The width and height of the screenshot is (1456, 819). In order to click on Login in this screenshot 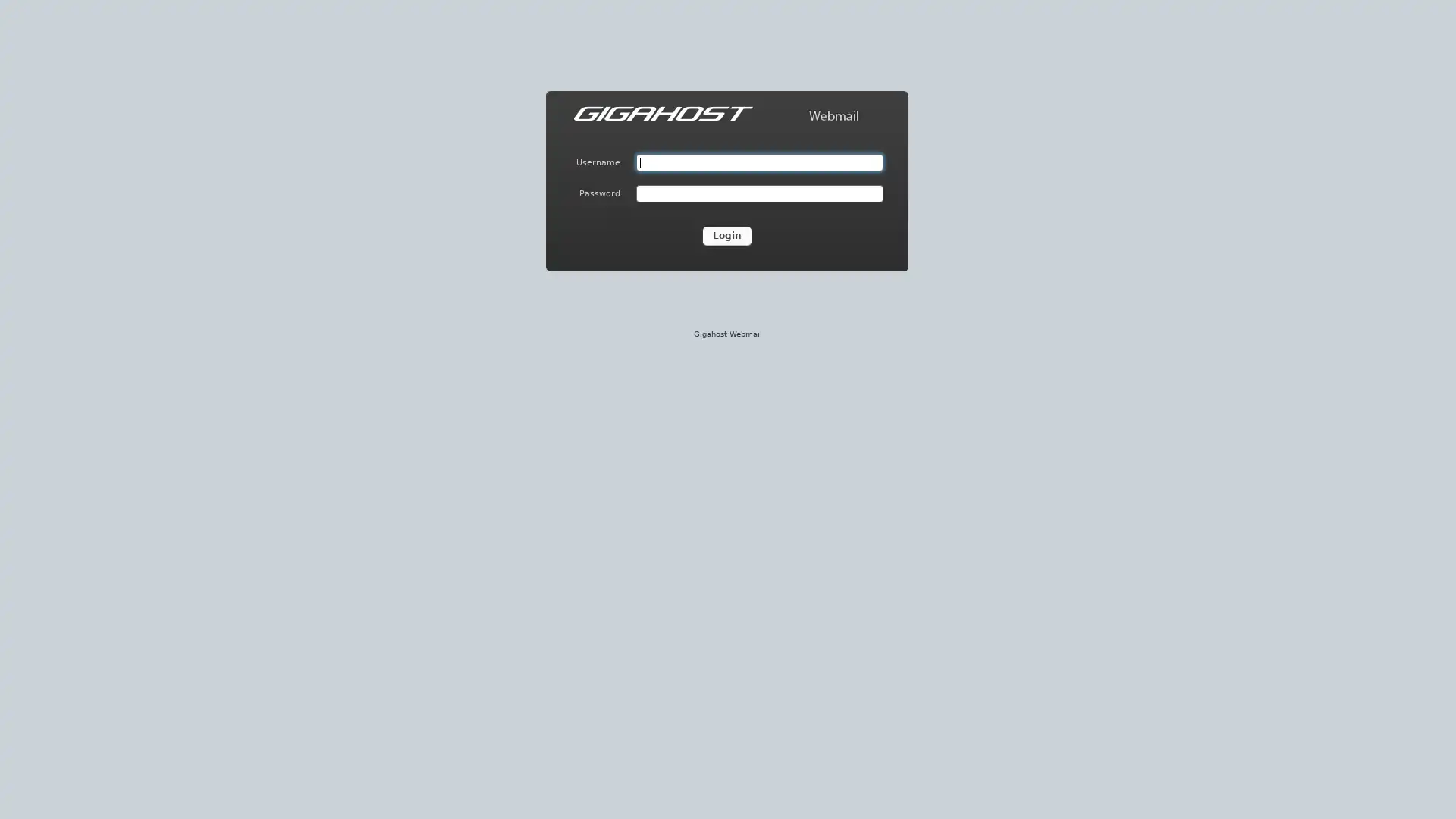, I will do `click(726, 236)`.